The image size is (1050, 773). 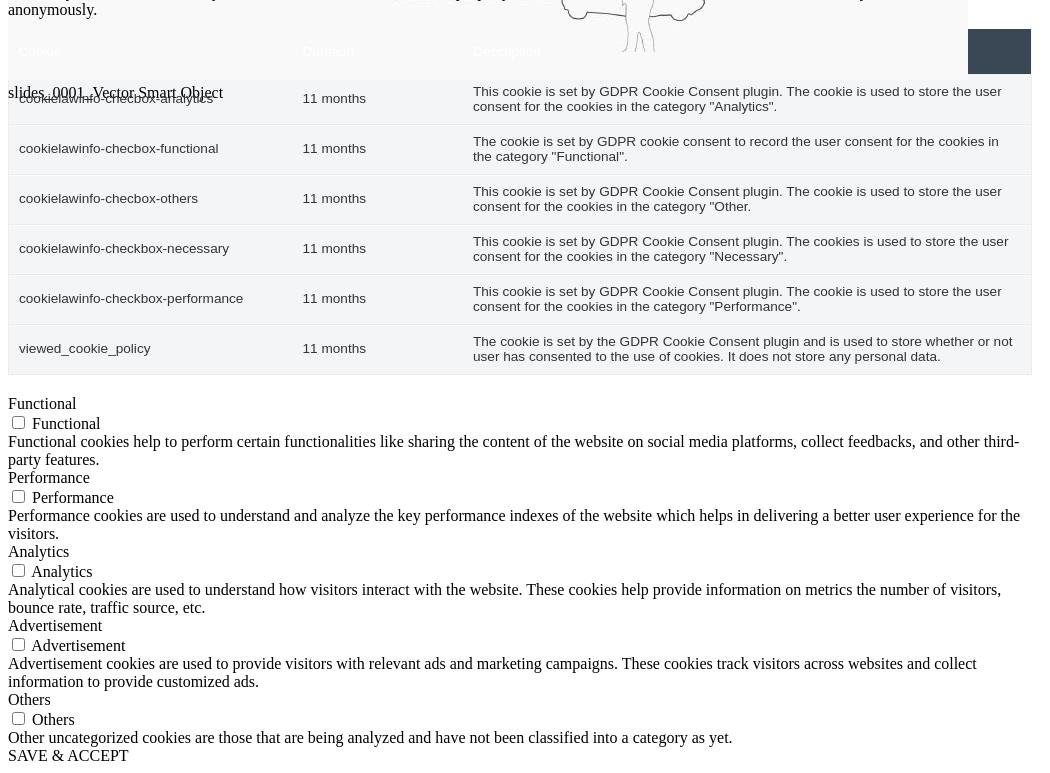 What do you see at coordinates (741, 347) in the screenshot?
I see `'The cookie is set by the GDPR Cookie Consent plugin and is used to store whether or not user has consented to the use of cookies. It does not store any personal data.'` at bounding box center [741, 347].